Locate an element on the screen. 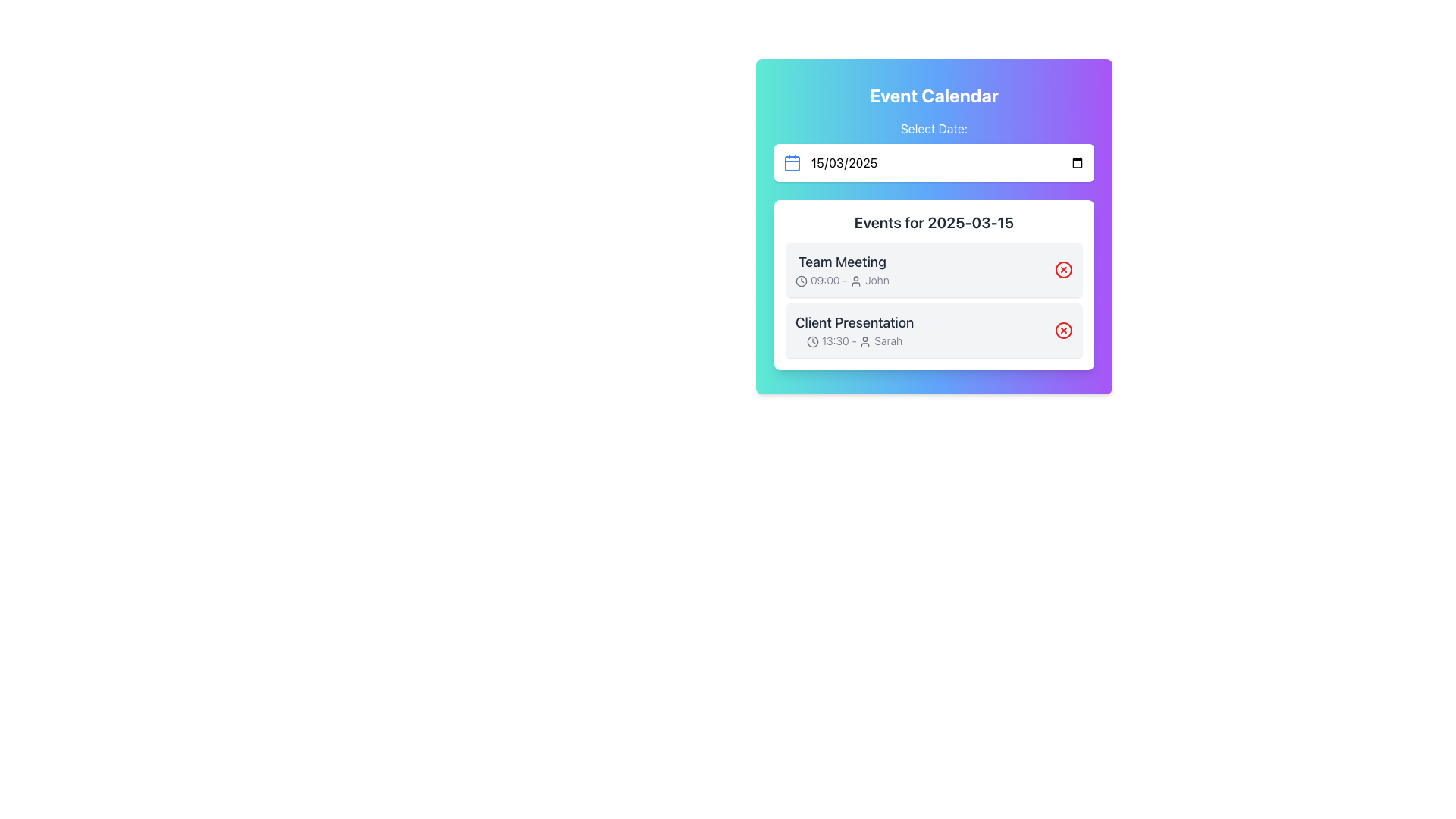 This screenshot has height=819, width=1456. the Date input field located in the top section of the card UI labeled 'Select Date:' to trigger styling changes is located at coordinates (946, 163).